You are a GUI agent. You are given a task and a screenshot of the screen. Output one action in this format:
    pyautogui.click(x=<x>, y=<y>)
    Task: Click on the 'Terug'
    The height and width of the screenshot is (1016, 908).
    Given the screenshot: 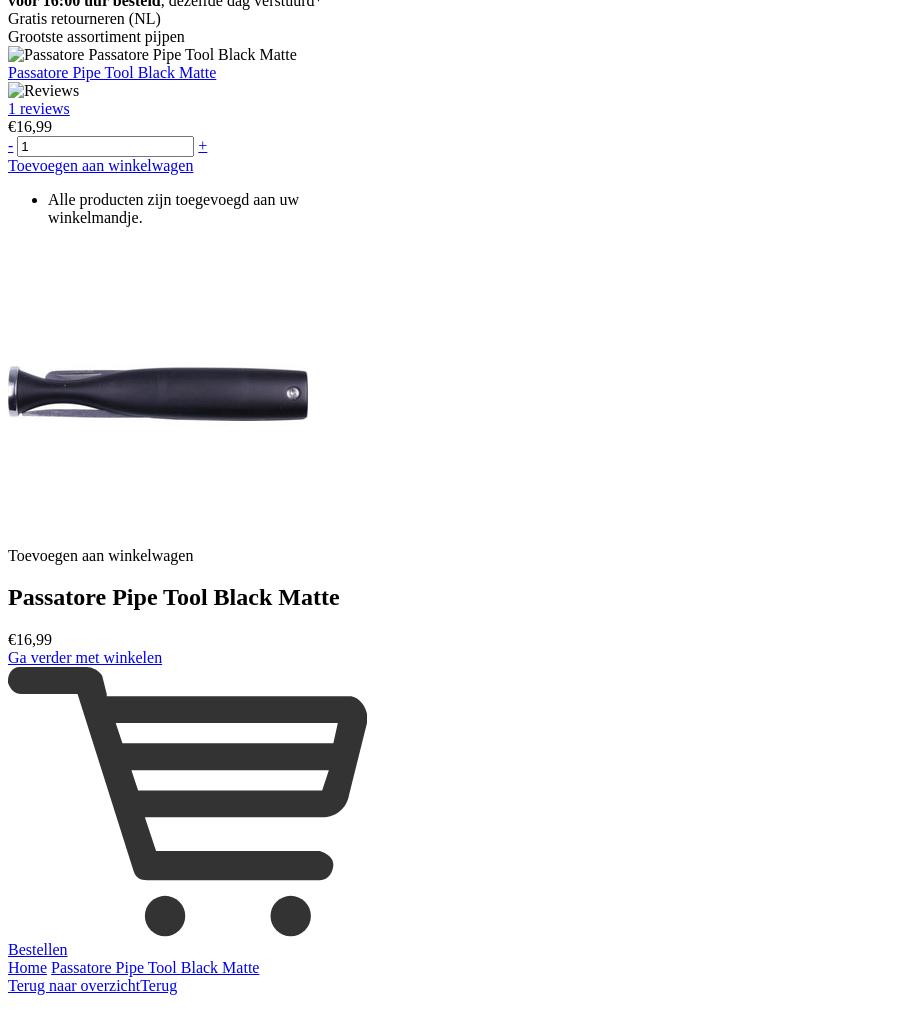 What is the action you would take?
    pyautogui.click(x=140, y=984)
    